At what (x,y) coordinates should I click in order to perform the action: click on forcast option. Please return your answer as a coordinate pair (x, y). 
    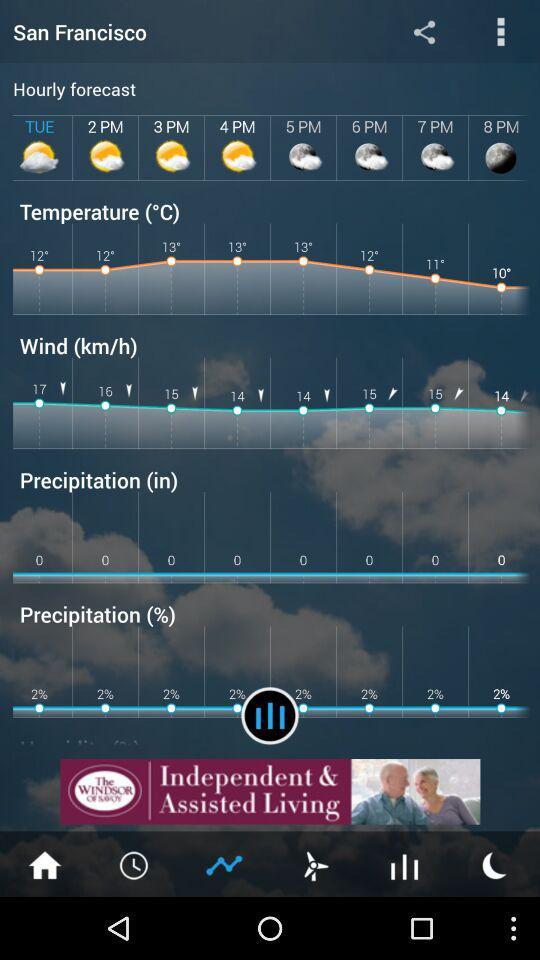
    Looking at the image, I should click on (405, 863).